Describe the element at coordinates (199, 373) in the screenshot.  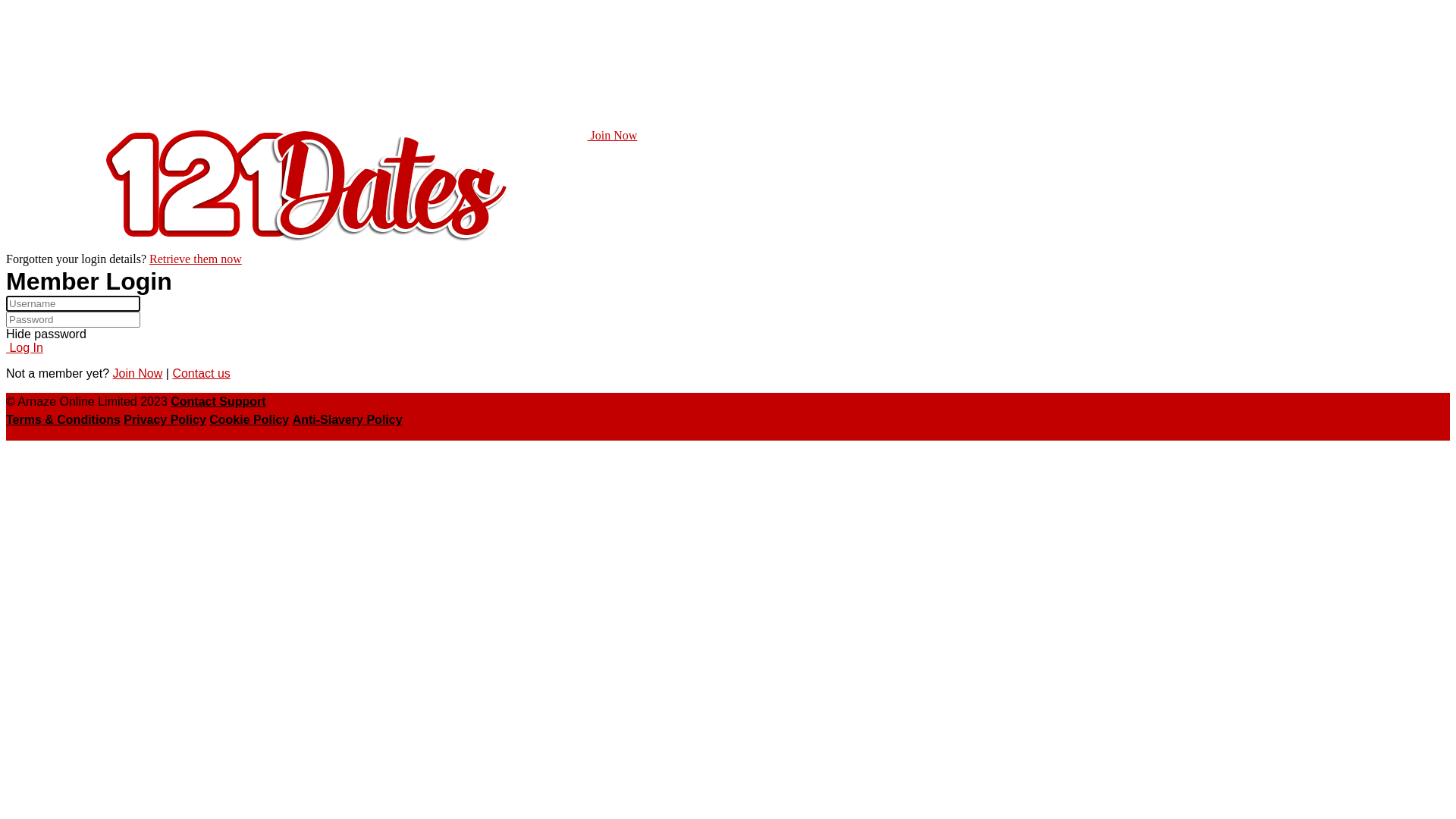
I see `'Contact us'` at that location.